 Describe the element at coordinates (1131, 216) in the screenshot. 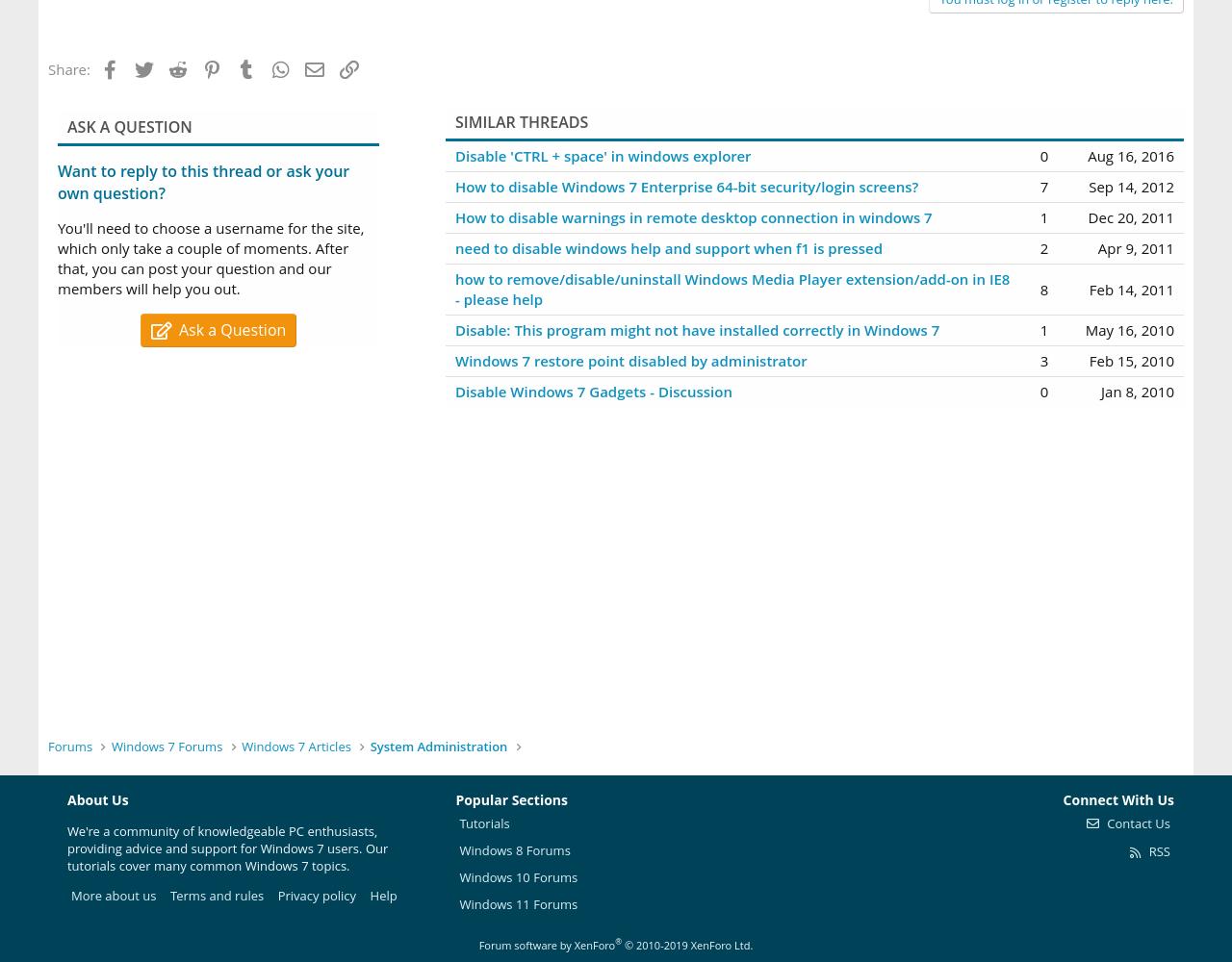

I see `'Dec 20, 2011'` at that location.